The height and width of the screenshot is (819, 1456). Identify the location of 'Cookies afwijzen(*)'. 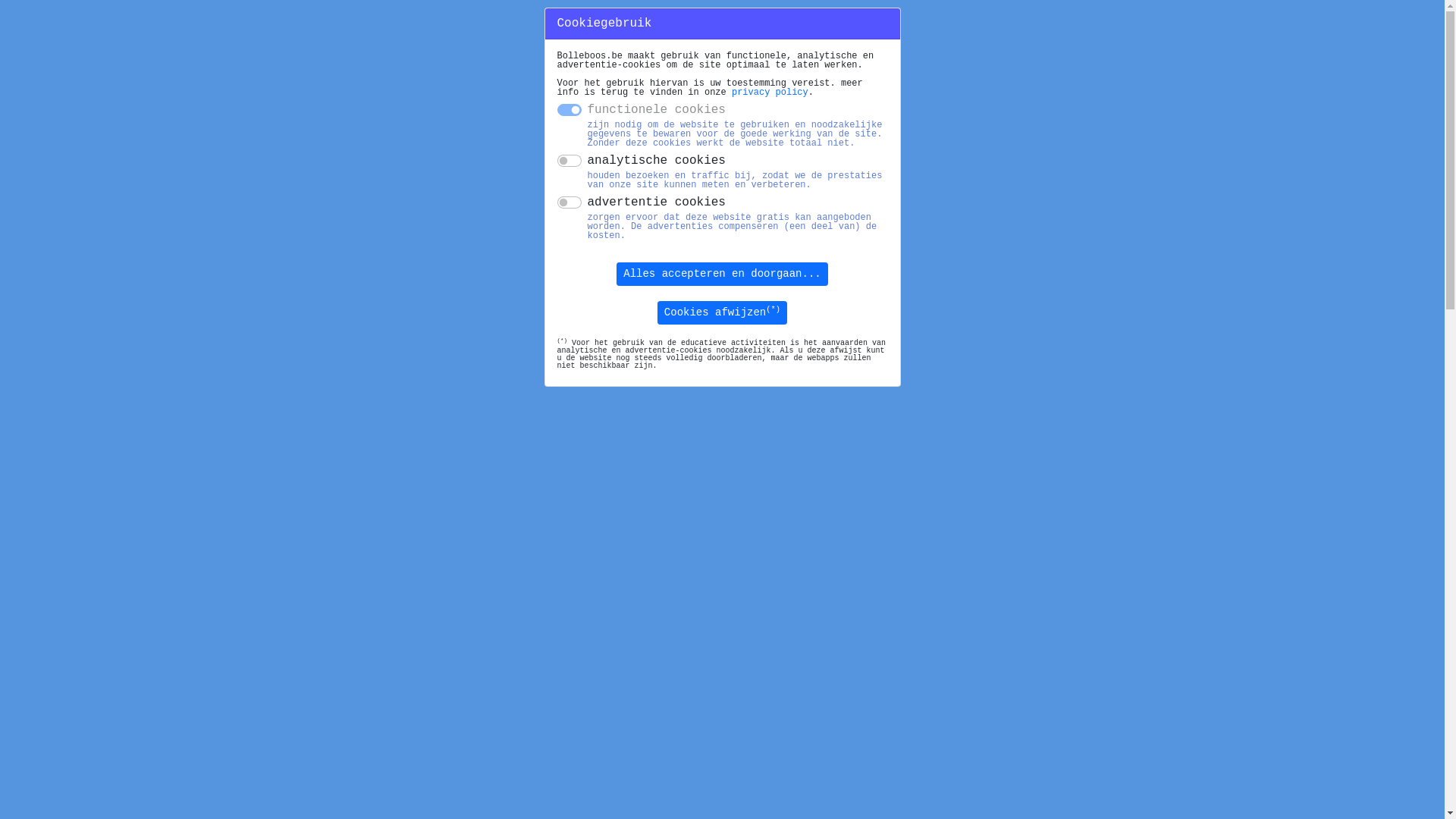
(721, 312).